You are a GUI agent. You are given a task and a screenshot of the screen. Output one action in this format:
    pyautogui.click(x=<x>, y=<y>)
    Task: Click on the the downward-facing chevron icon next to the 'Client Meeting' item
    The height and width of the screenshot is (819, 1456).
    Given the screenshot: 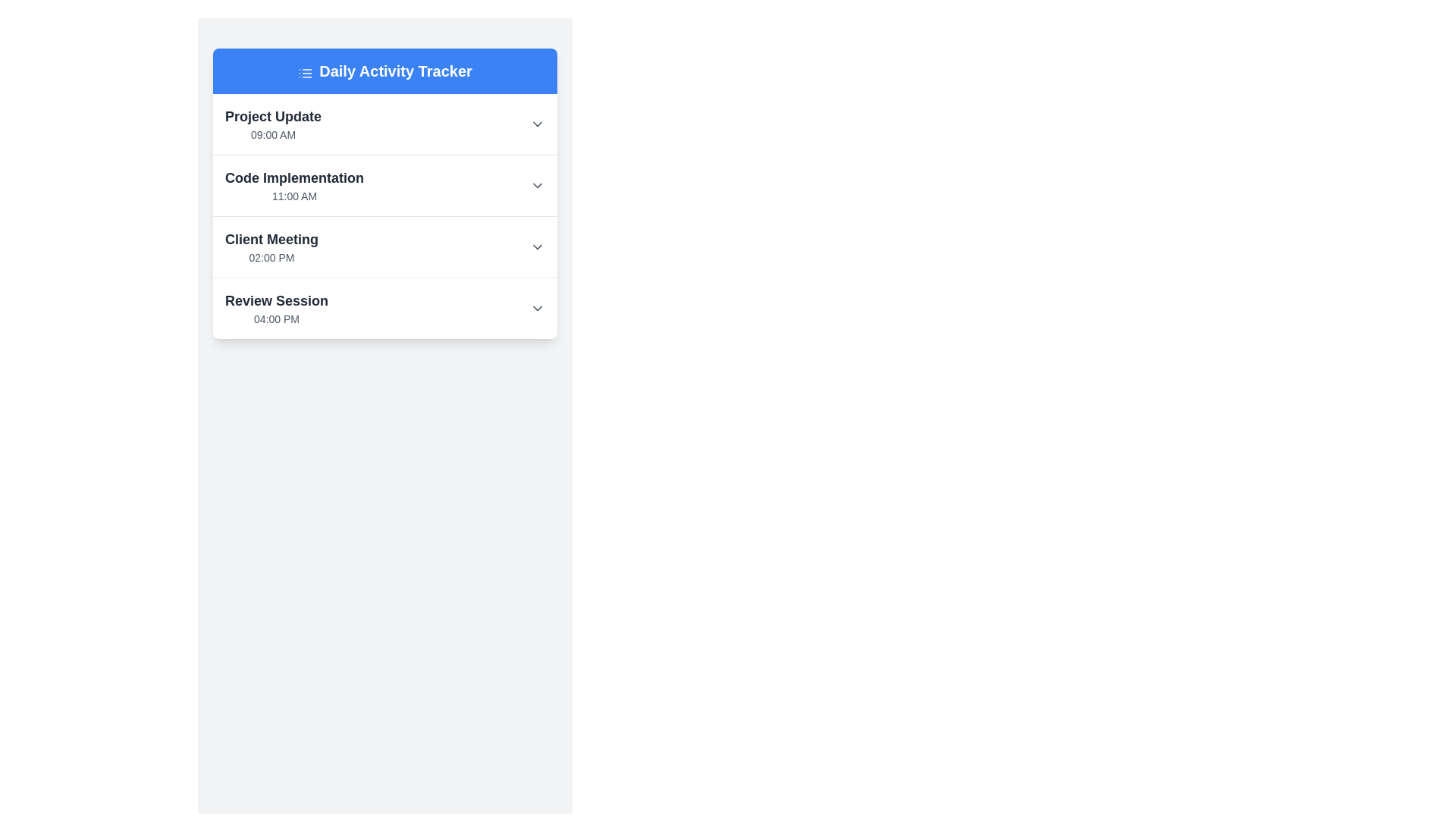 What is the action you would take?
    pyautogui.click(x=538, y=246)
    